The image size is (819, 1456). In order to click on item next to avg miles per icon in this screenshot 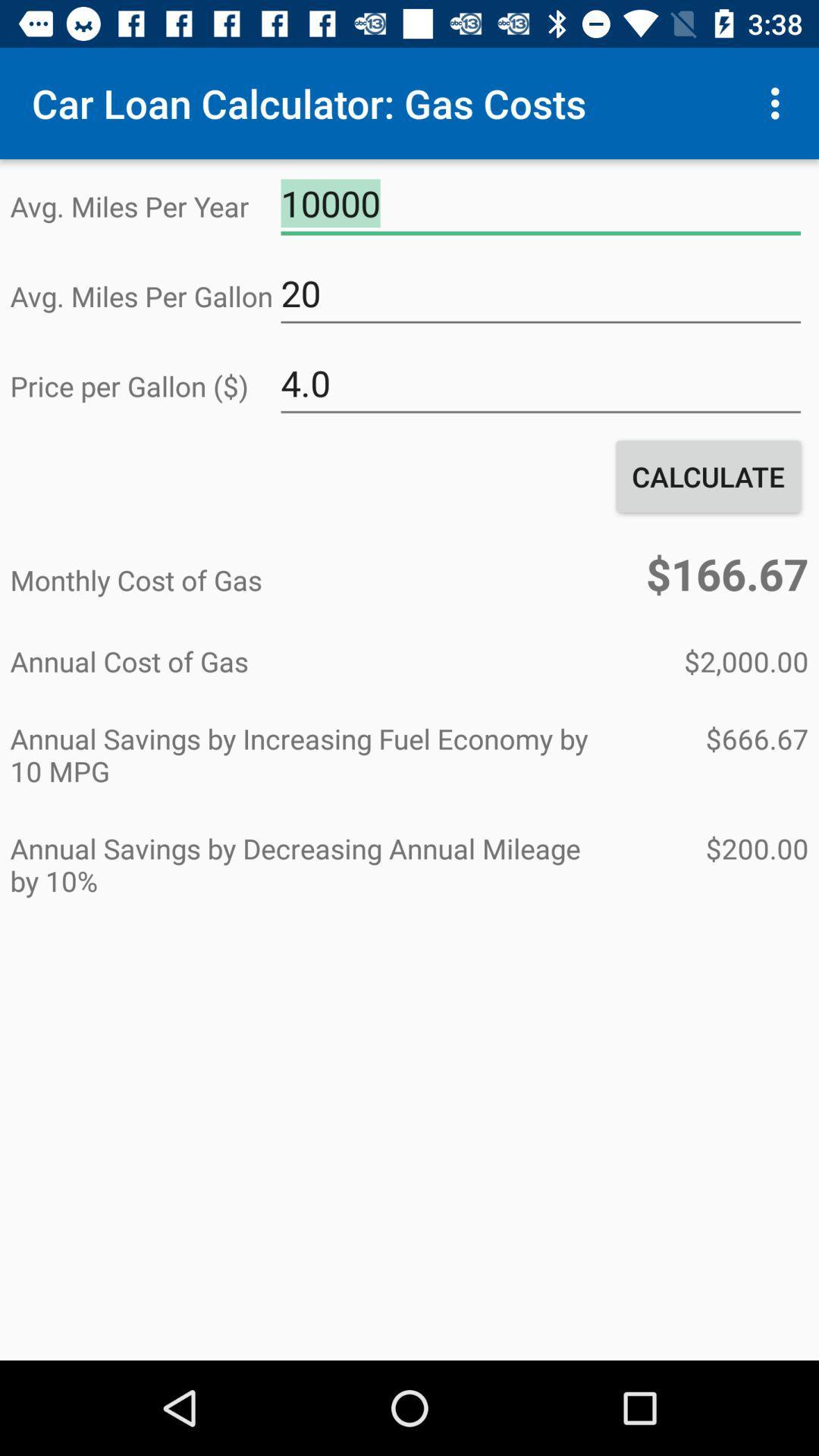, I will do `click(540, 203)`.